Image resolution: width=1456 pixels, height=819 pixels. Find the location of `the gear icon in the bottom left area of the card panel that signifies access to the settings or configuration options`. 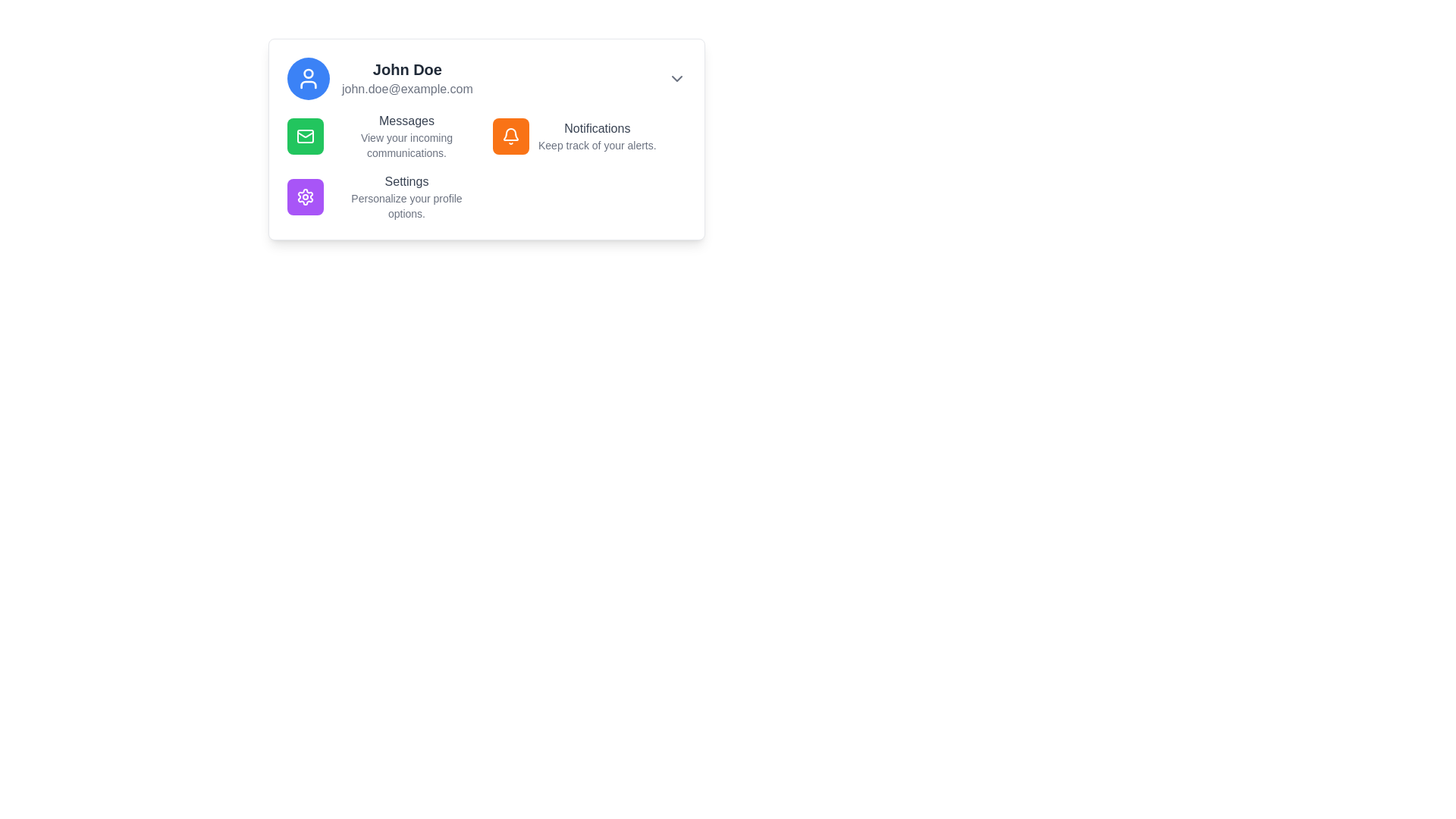

the gear icon in the bottom left area of the card panel that signifies access to the settings or configuration options is located at coordinates (305, 196).